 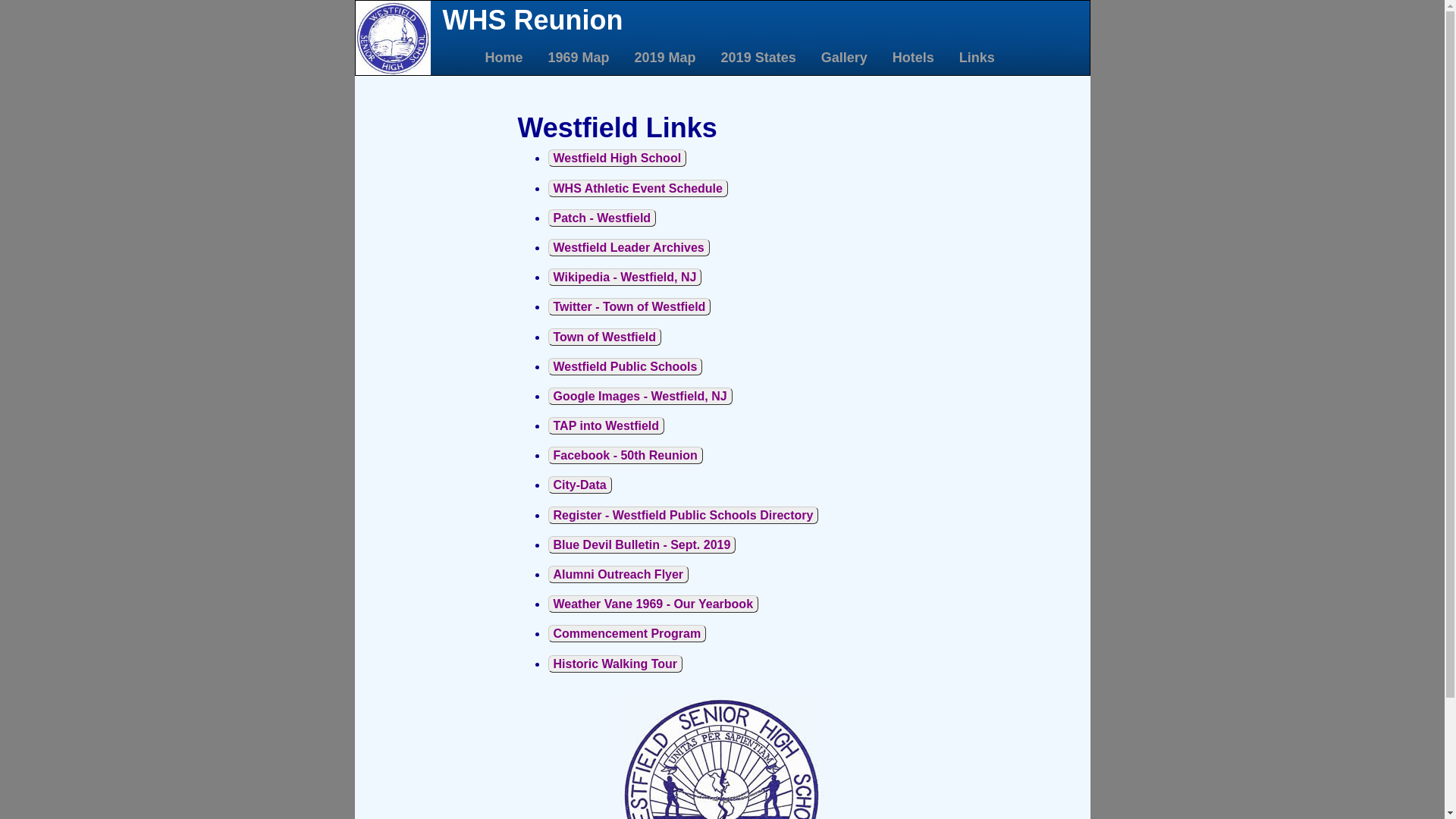 What do you see at coordinates (502, 57) in the screenshot?
I see `'Home'` at bounding box center [502, 57].